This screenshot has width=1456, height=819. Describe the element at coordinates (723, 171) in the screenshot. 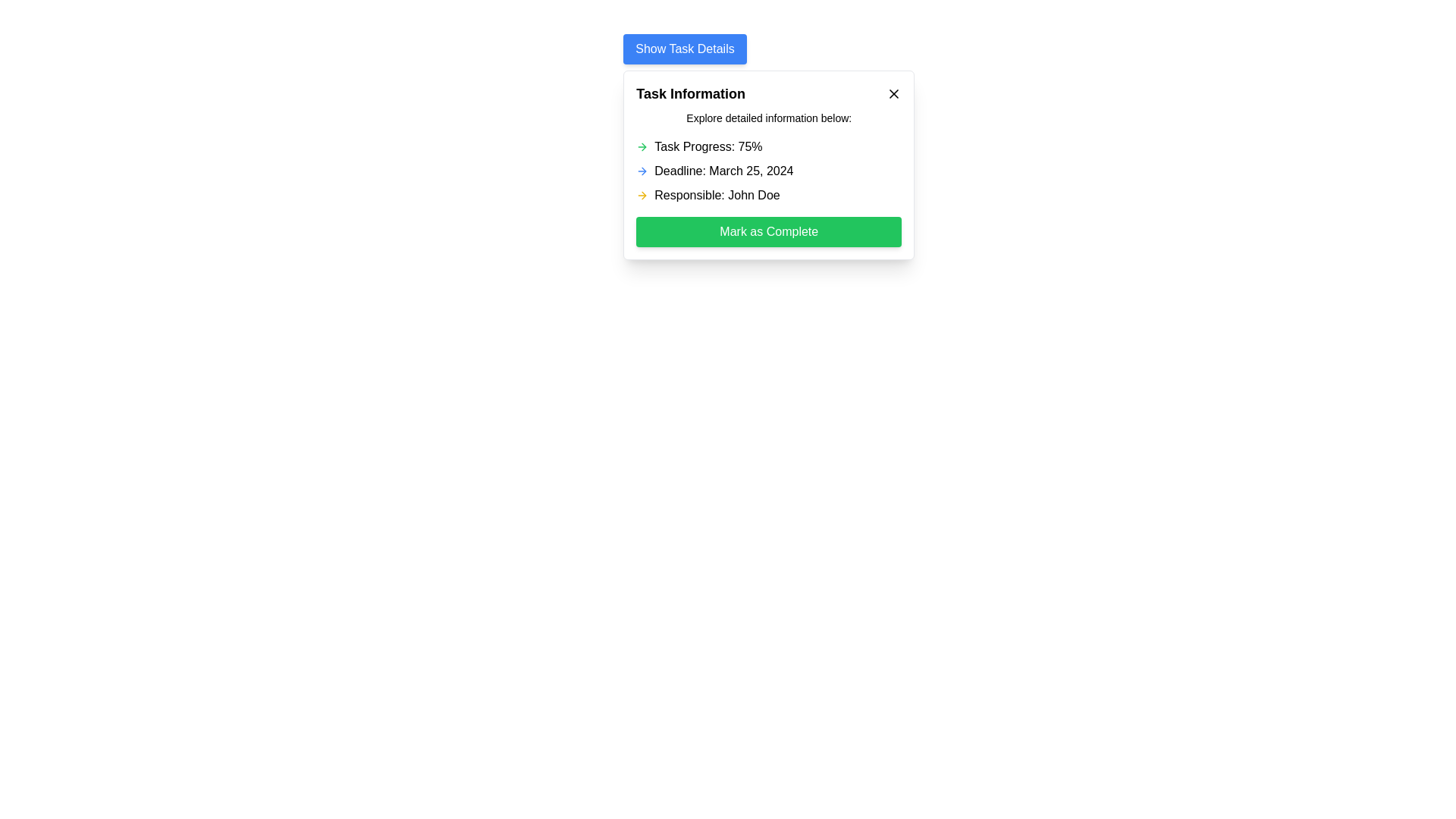

I see `the text label displaying 'Deadline: March 25, 2024' which is centrally aligned within the 'Task Information' modal, positioned below 'Task Progress' and above 'Responsible'` at that location.